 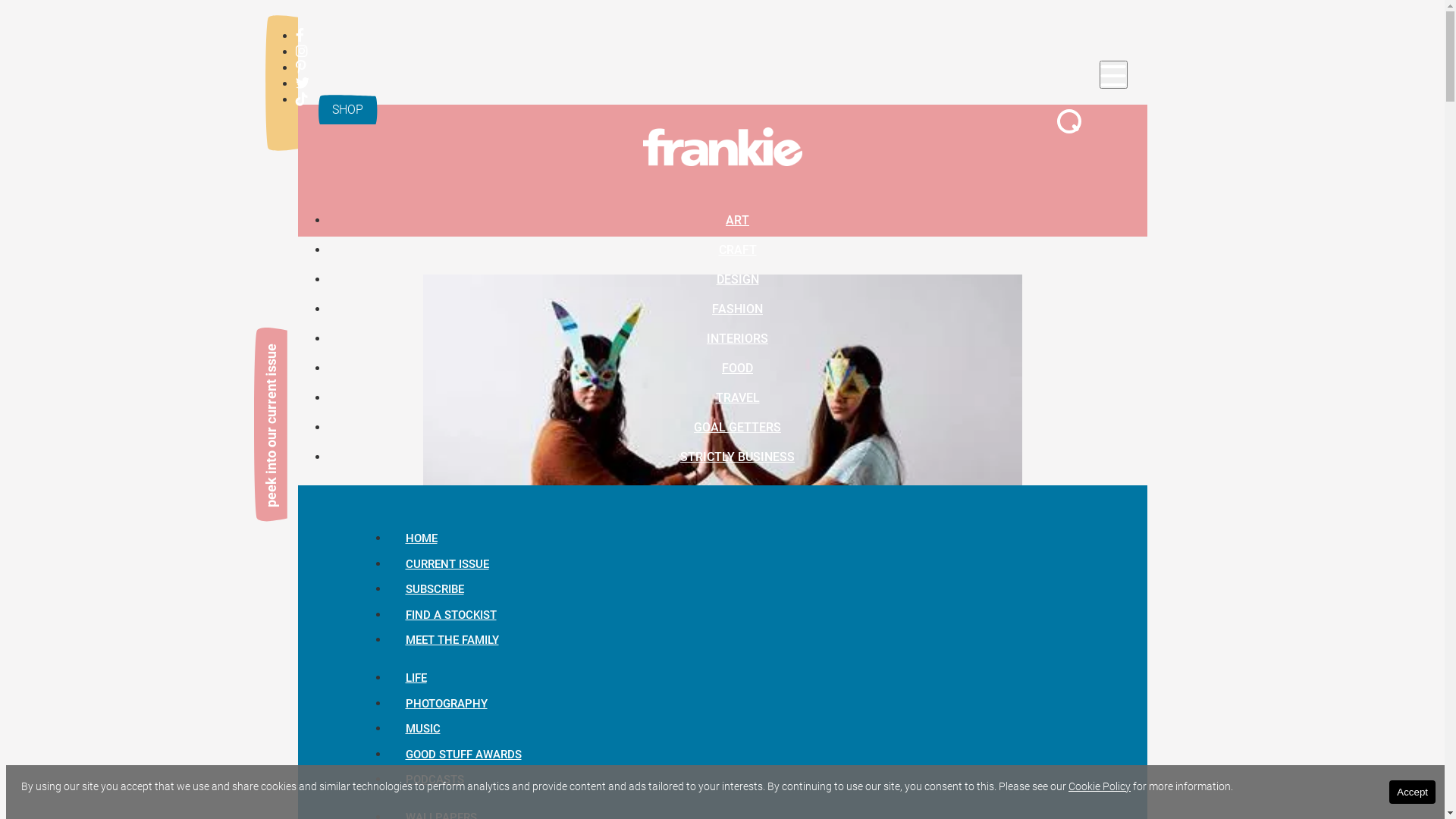 What do you see at coordinates (445, 704) in the screenshot?
I see `'PHOTOGRAPHY'` at bounding box center [445, 704].